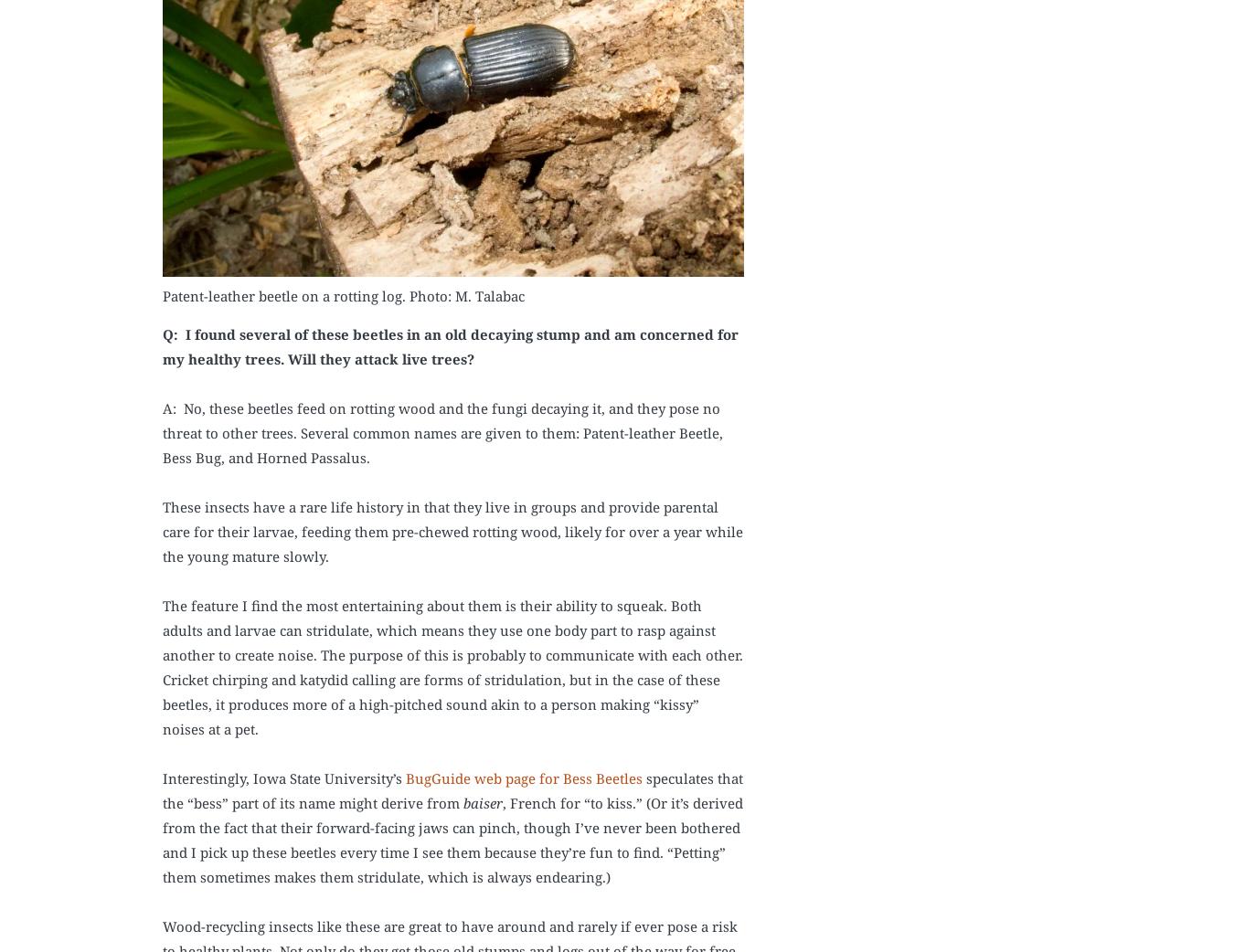 This screenshot has width=1234, height=952. What do you see at coordinates (441, 431) in the screenshot?
I see `'A:  No, these beetles feed on rotting wood and the fungi decaying it, and they pose no threat to other trees. Several common names are given to them: Patent-leather Beetle, Bess Bug, and Horned Passalus.'` at bounding box center [441, 431].